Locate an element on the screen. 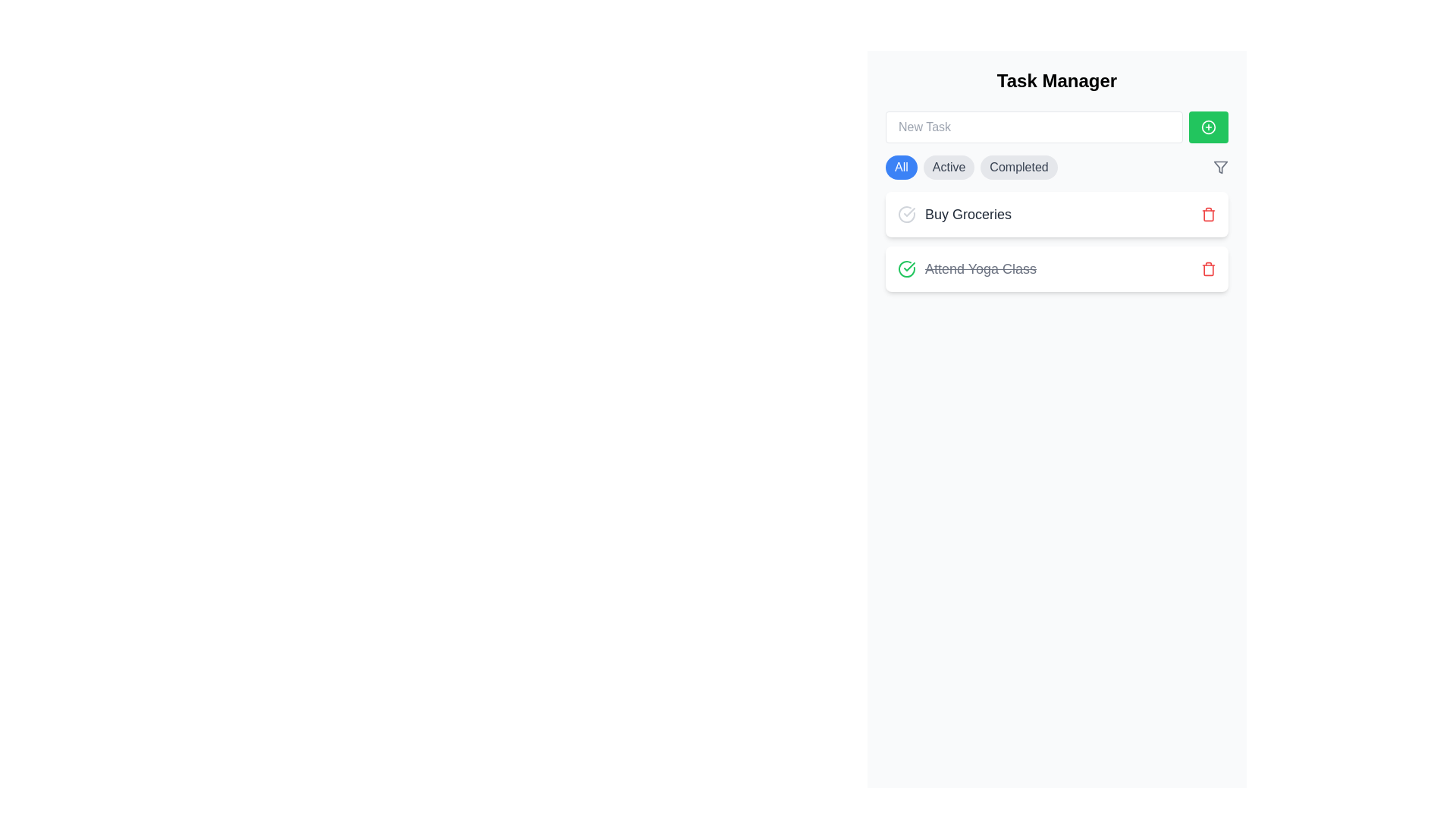 This screenshot has height=819, width=1456. the blue pill-shaped button labeled 'All' at the top-center of the interface is located at coordinates (901, 167).